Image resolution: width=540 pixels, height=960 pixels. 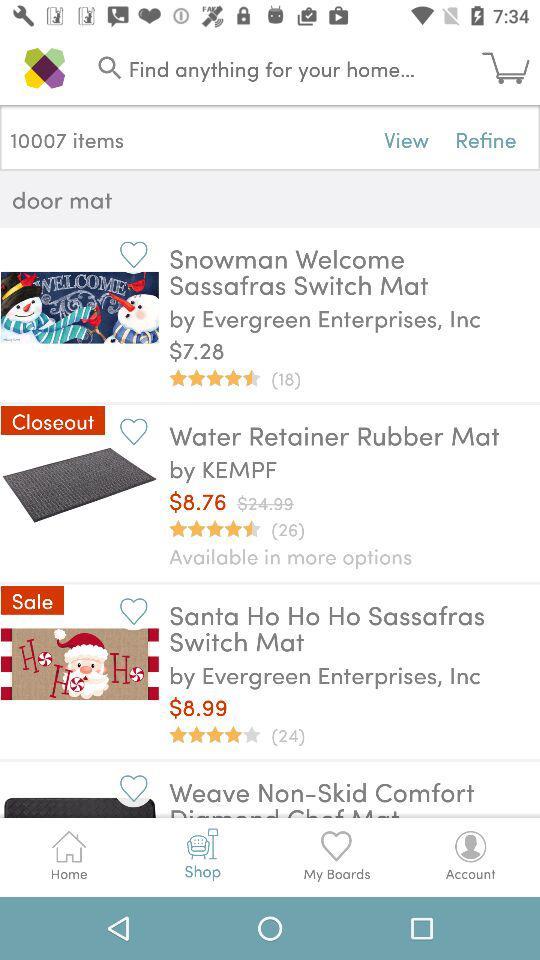 I want to click on view, so click(x=405, y=138).